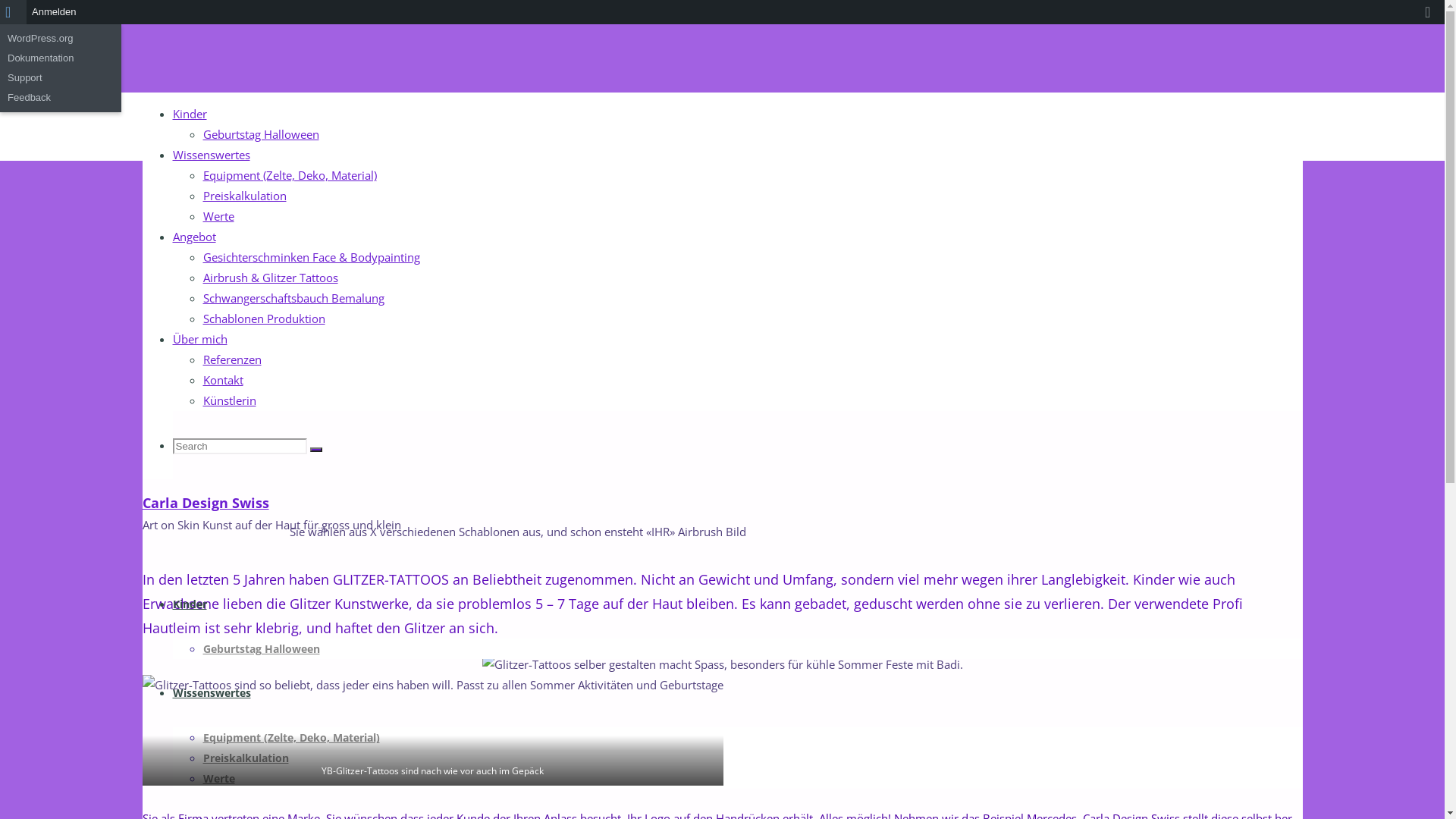 The width and height of the screenshot is (1456, 819). Describe the element at coordinates (202, 648) in the screenshot. I see `'Geburtstag Halloween'` at that location.